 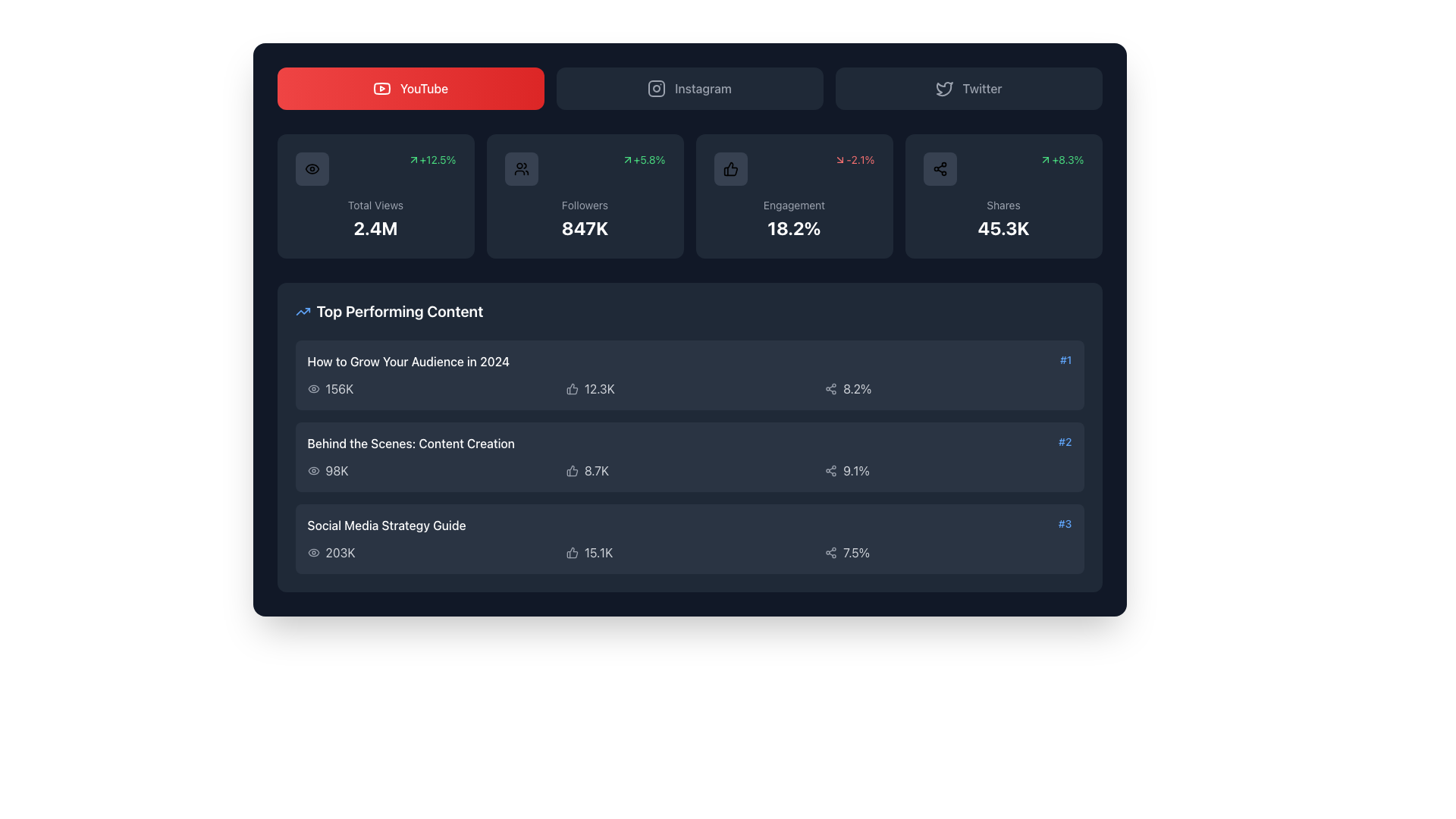 What do you see at coordinates (689, 553) in the screenshot?
I see `the A data row displaying stats and icons for more details, if interactivity was enabled` at bounding box center [689, 553].